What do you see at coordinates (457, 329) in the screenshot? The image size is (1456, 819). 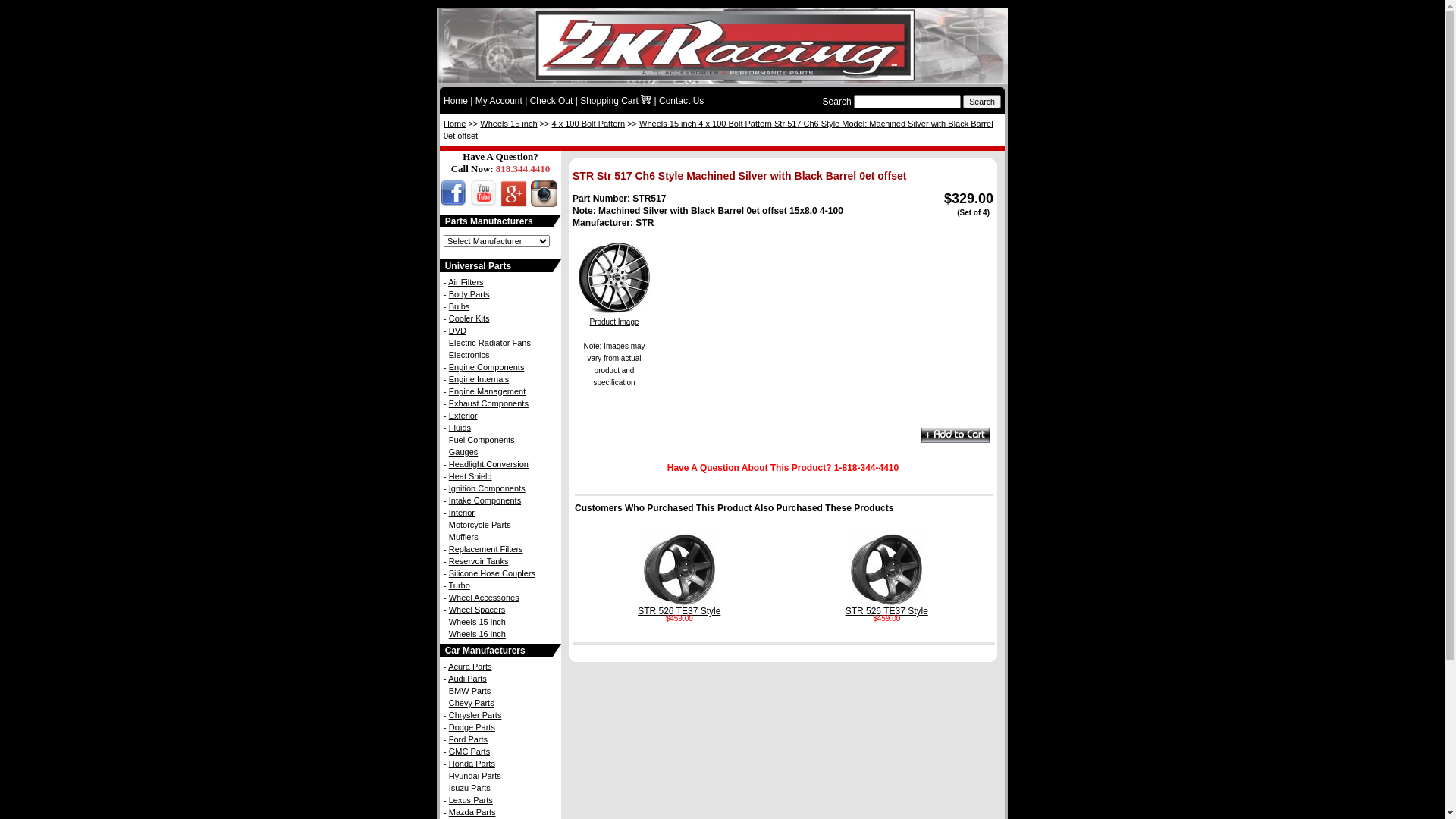 I see `'DVD'` at bounding box center [457, 329].